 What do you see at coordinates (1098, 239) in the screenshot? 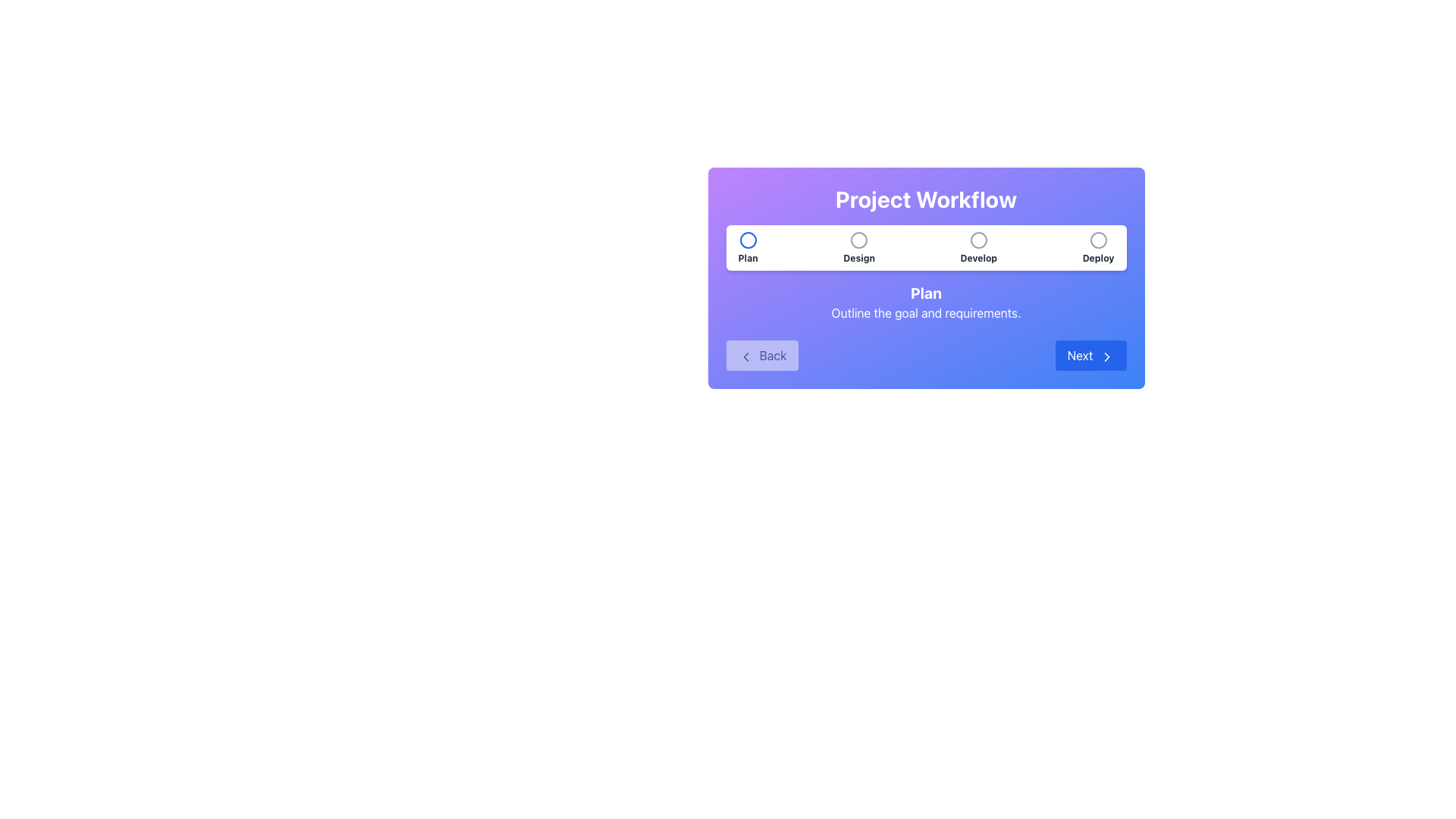
I see `the circular icon styled to resemble an empty circle with a gray stroke, located above the 'Deploy' text label on the far right of the navigation bar` at bounding box center [1098, 239].